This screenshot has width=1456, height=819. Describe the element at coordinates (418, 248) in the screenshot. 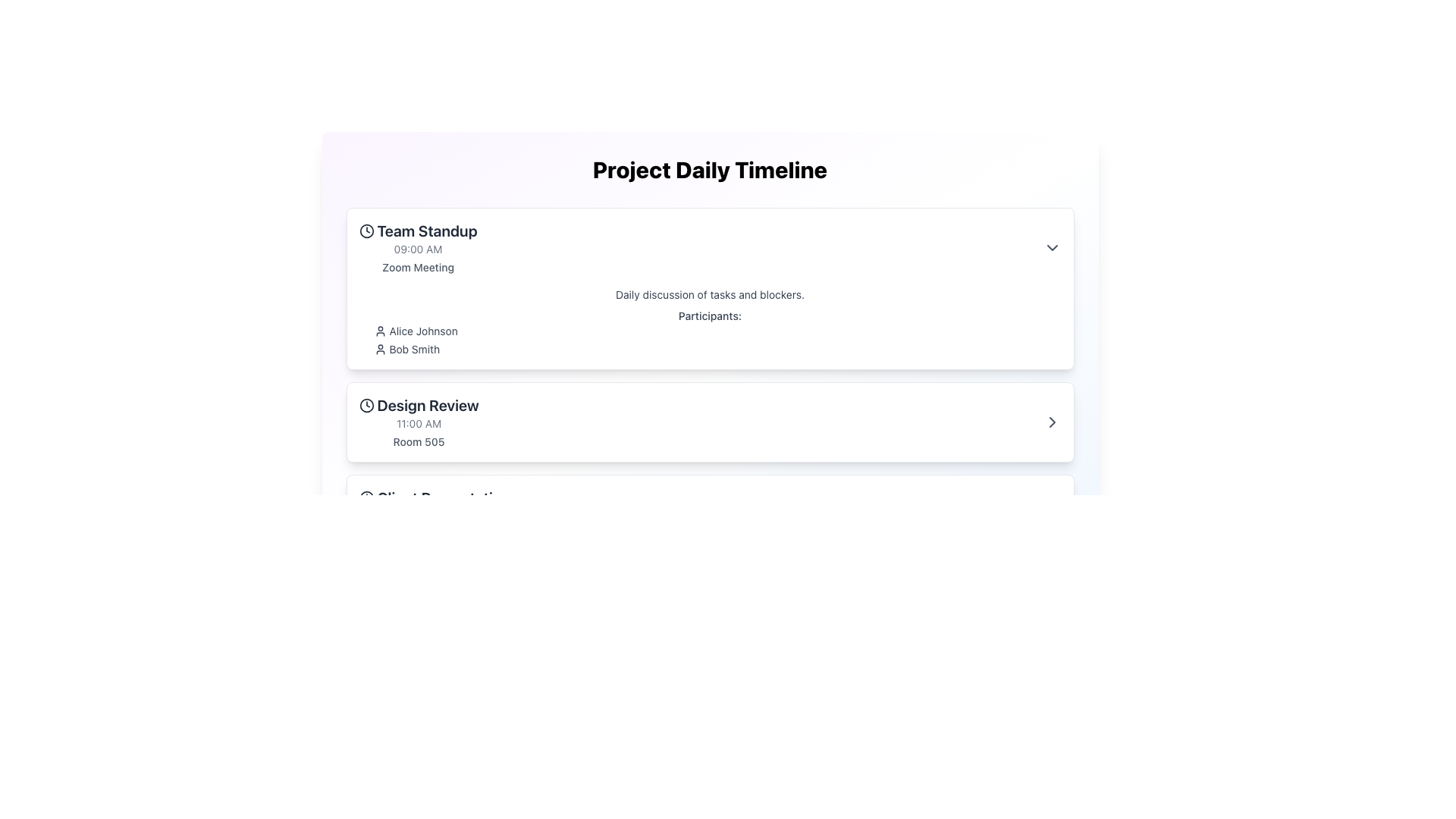

I see `the text label displaying '09:00 AM', which is located beneath the 'Team Standup' title and above the 'Zoom Meeting' text within the card` at that location.